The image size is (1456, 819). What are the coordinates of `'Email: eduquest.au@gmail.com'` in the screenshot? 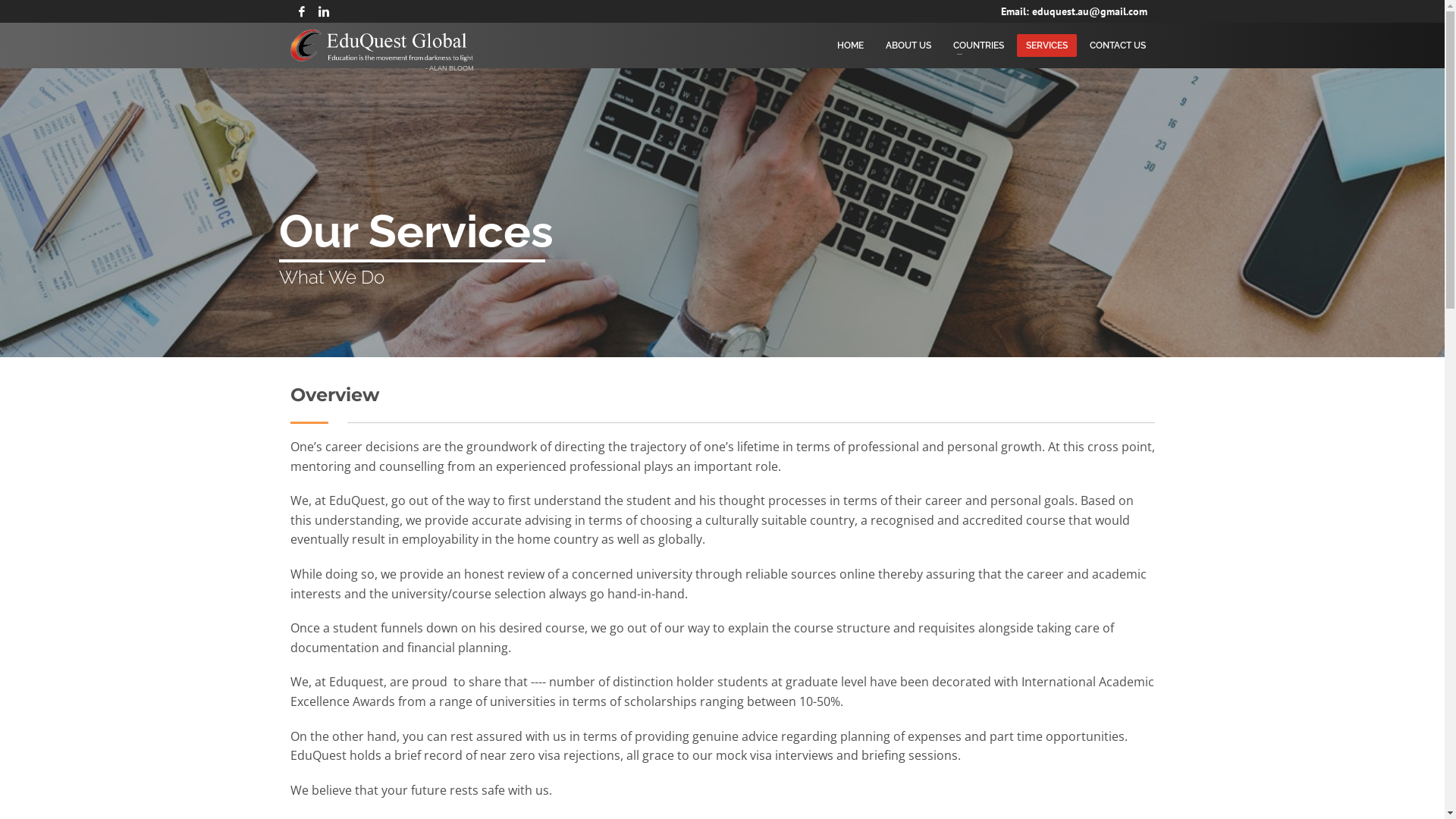 It's located at (1073, 11).